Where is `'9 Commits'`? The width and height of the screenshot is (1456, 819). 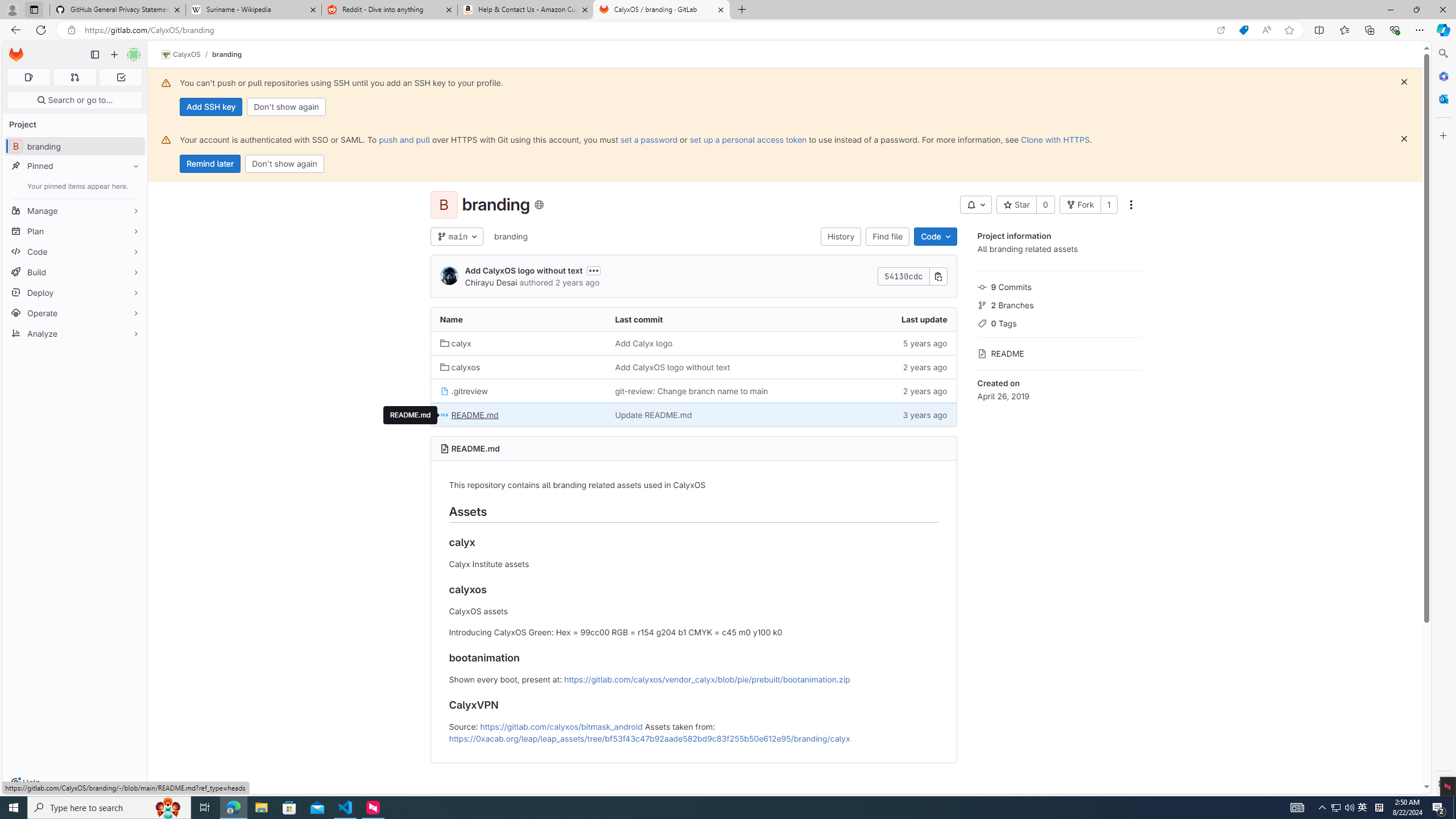 '9 Commits' is located at coordinates (1059, 286).